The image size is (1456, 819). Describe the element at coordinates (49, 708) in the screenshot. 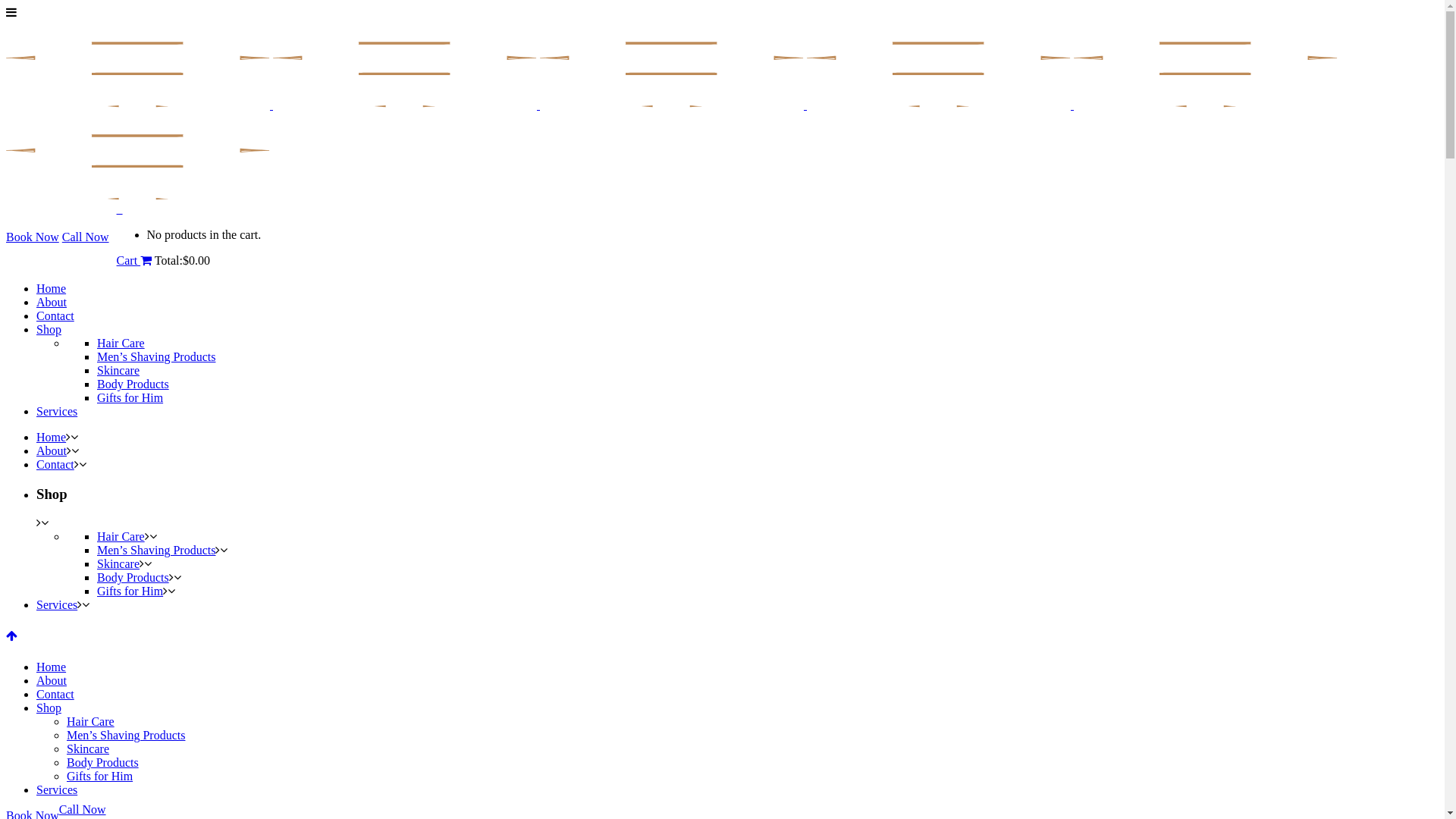

I see `'Shop'` at that location.